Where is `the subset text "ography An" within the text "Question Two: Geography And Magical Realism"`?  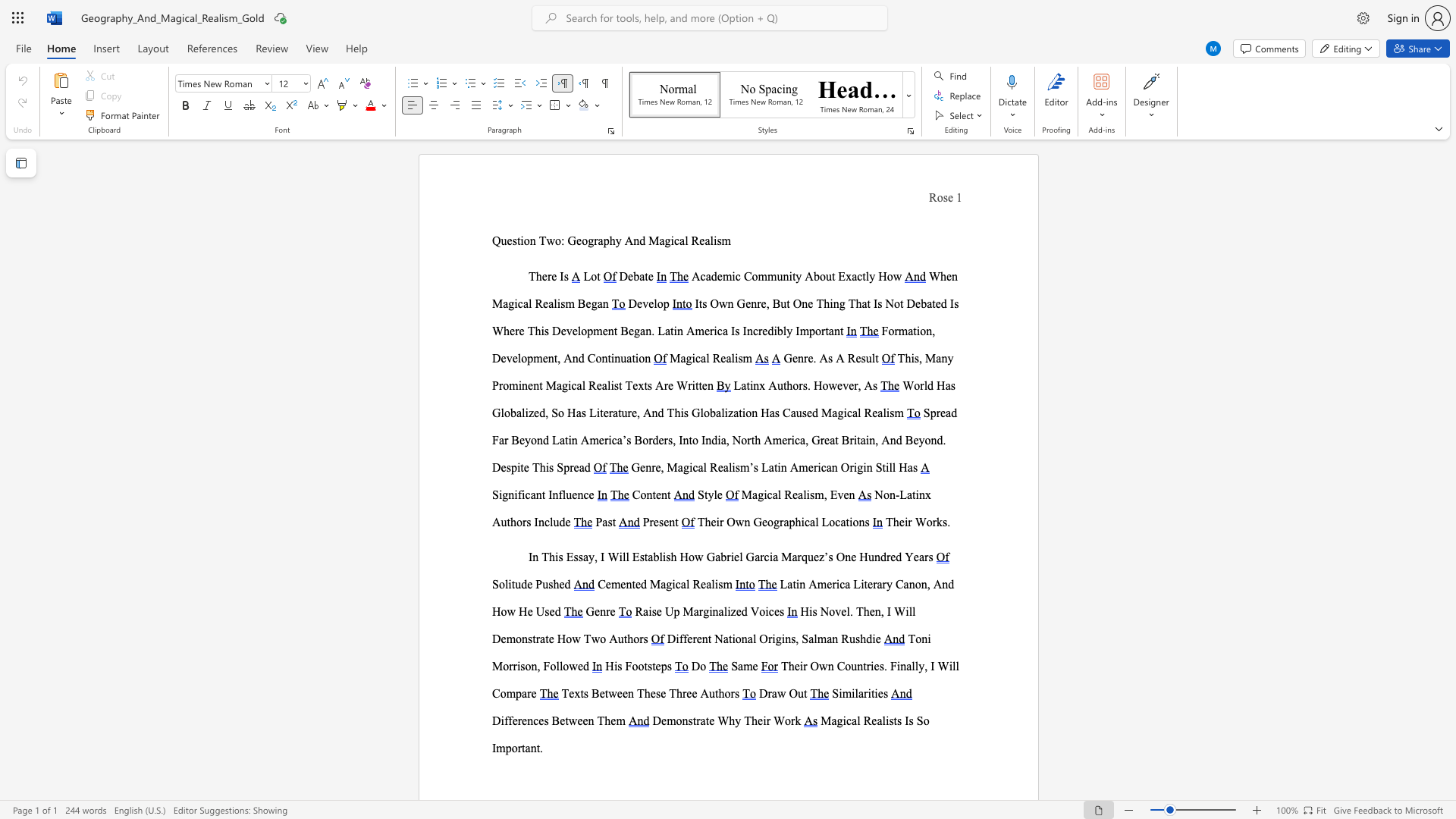
the subset text "ography An" within the text "Question Two: Geography And Magical Realism" is located at coordinates (581, 240).